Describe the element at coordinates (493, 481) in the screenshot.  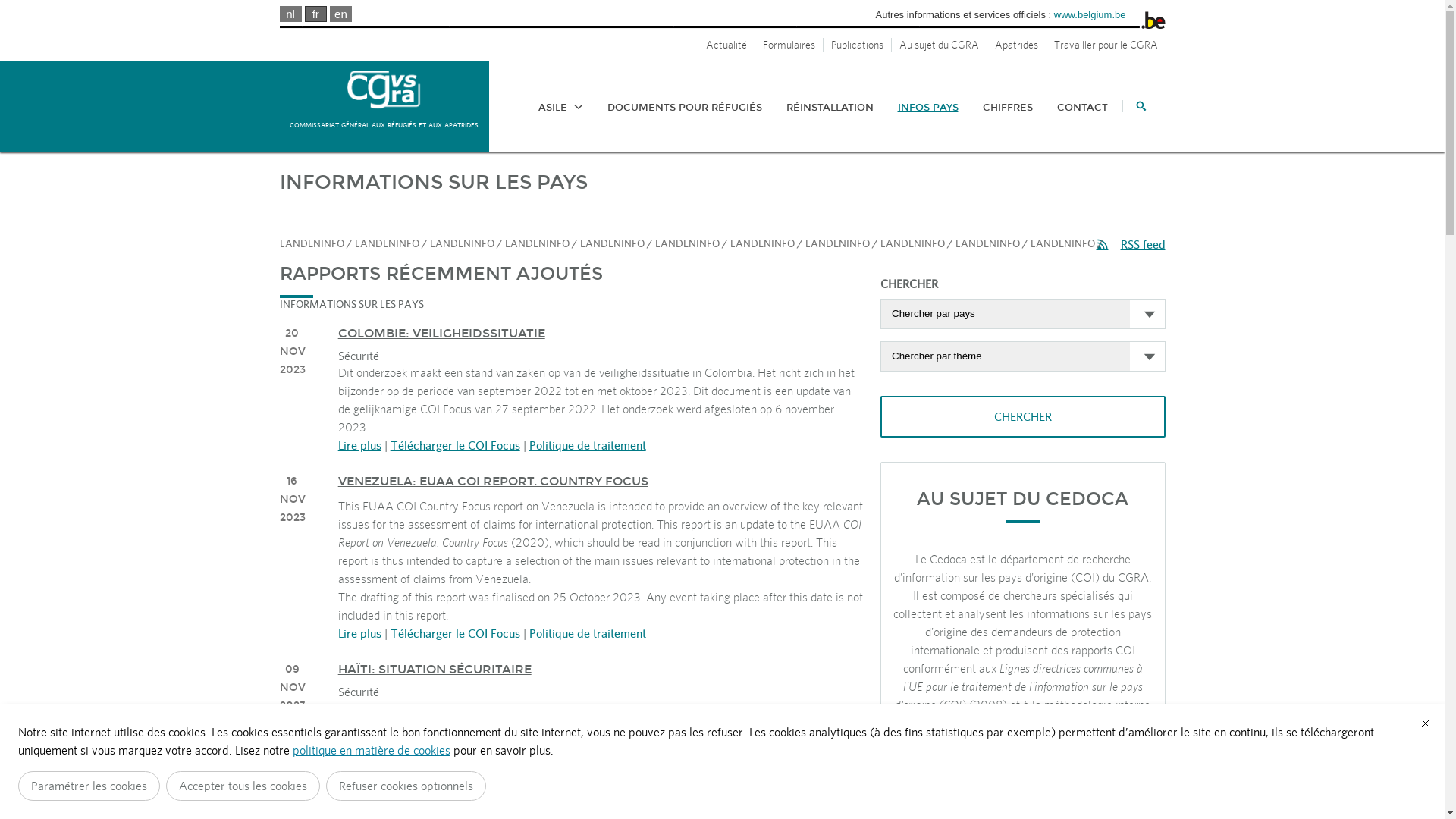
I see `'VENEZUELA: EUAA COI REPORT. COUNTRY FOCUS'` at that location.